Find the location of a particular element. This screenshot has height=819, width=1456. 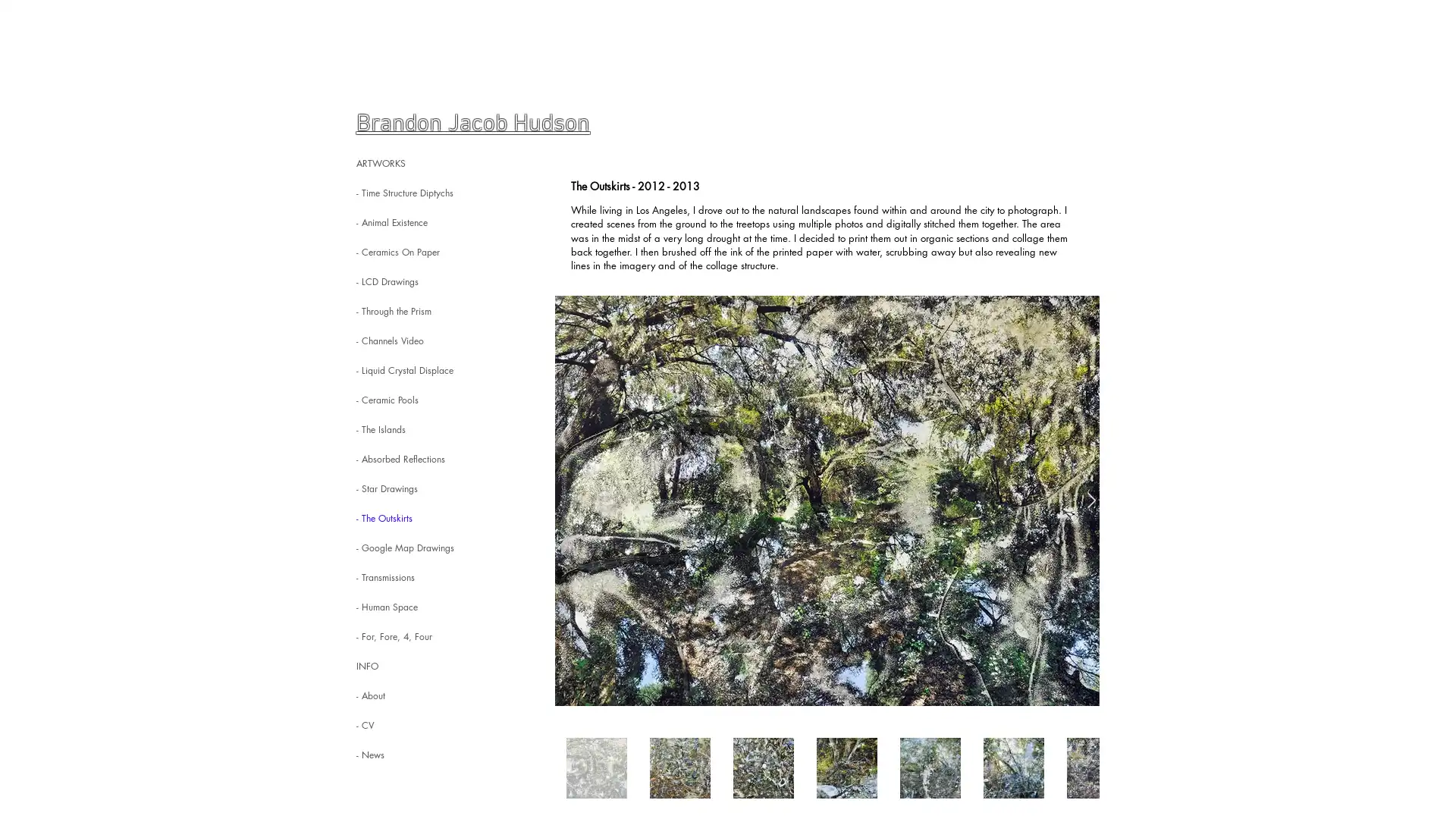

Outskirts V is located at coordinates (826, 500).